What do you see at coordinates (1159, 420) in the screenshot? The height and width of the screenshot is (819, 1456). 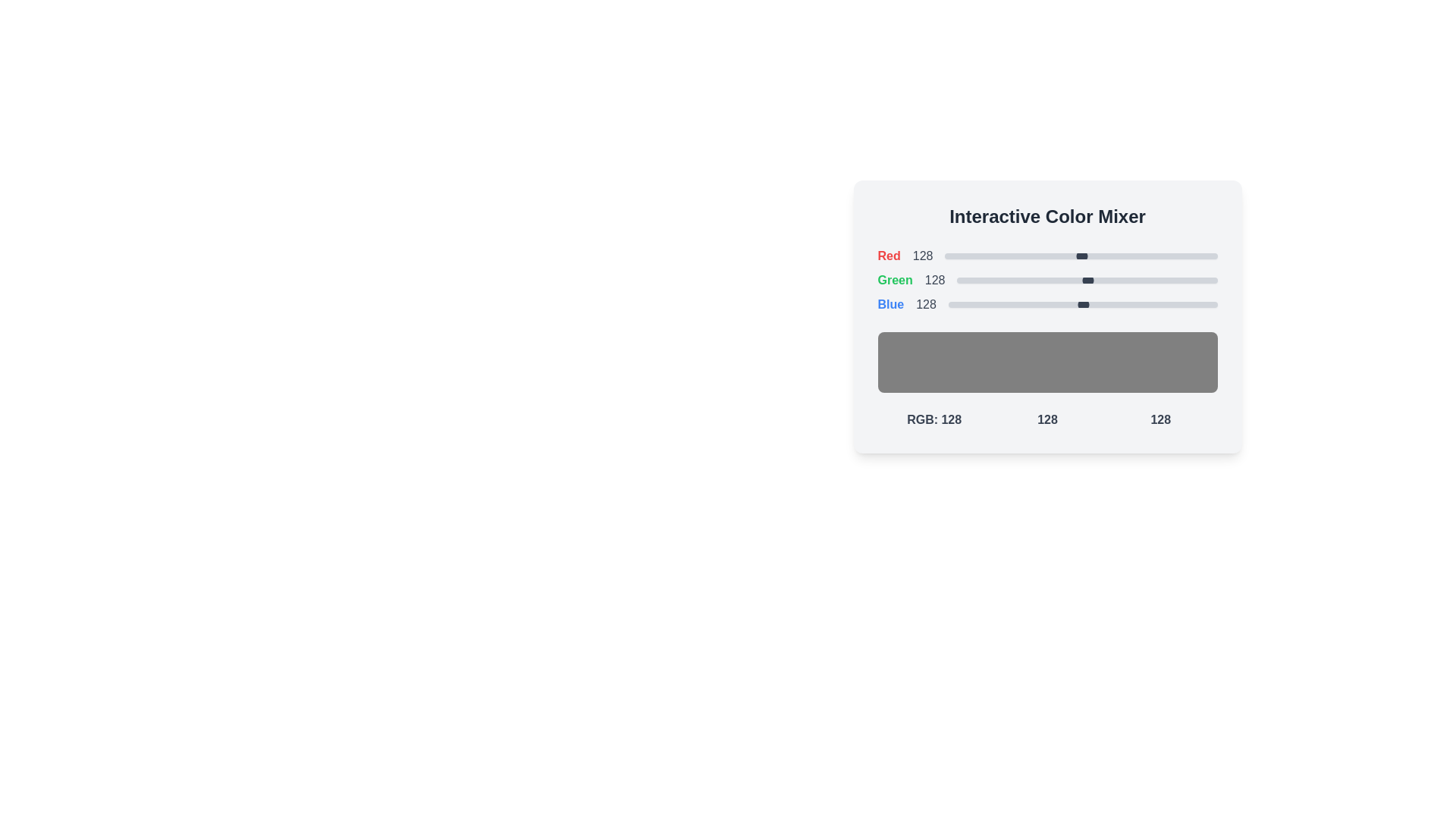 I see `the static text label displaying the number '128', which is the last item in the RGB summary section below the color sliders` at bounding box center [1159, 420].